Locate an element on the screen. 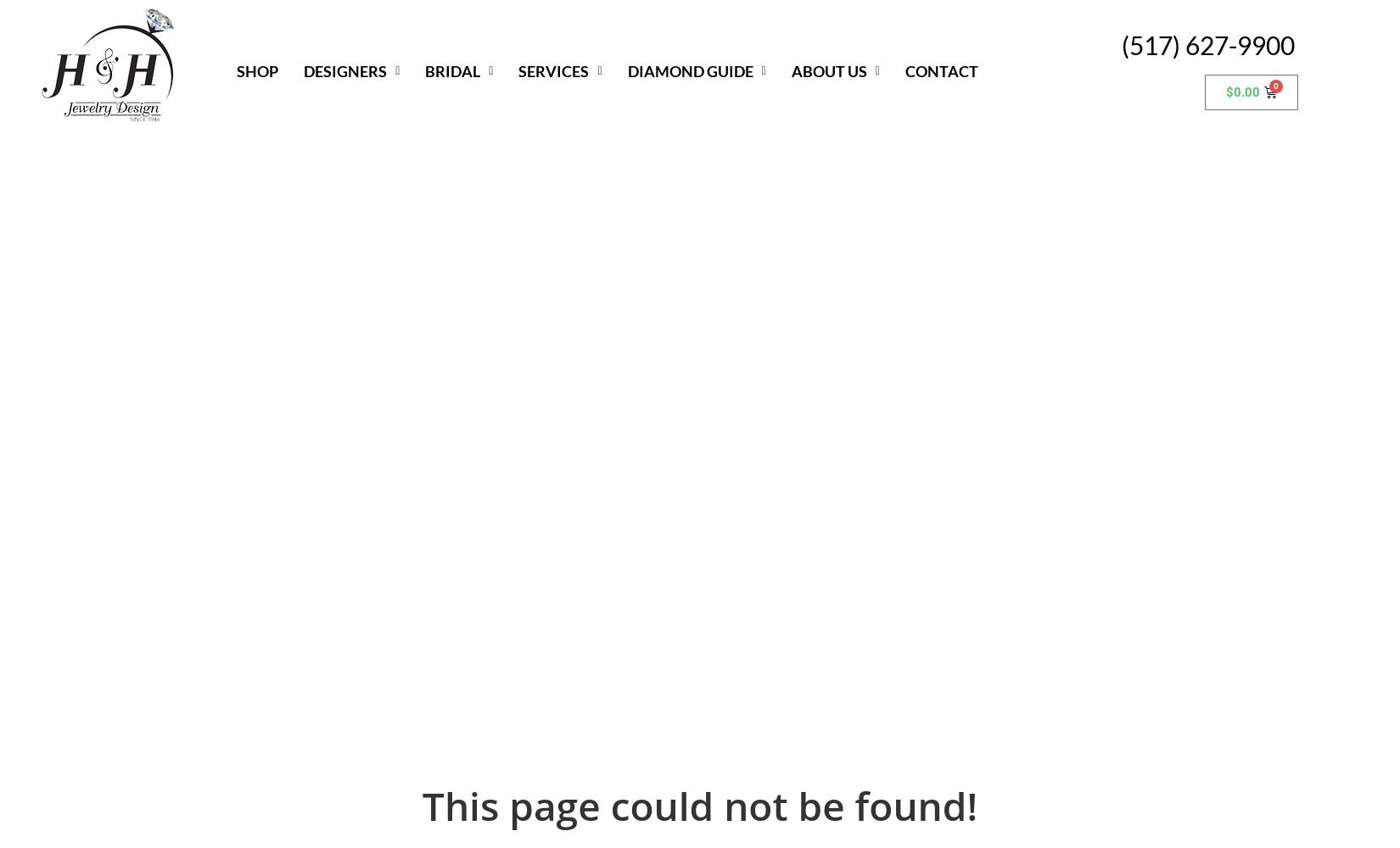  'JYE' is located at coordinates (321, 299).